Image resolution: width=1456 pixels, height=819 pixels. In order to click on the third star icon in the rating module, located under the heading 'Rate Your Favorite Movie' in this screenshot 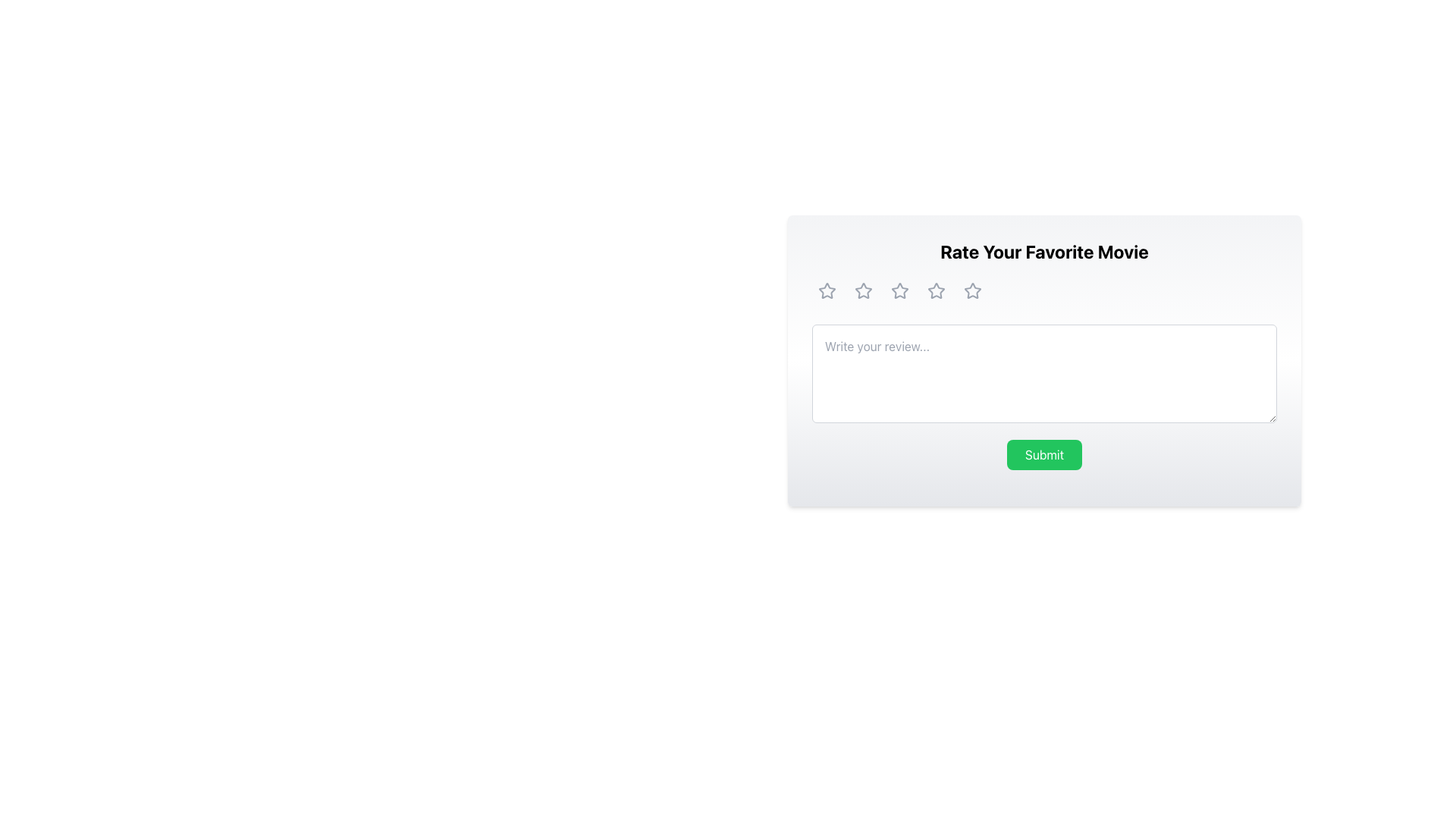, I will do `click(935, 291)`.